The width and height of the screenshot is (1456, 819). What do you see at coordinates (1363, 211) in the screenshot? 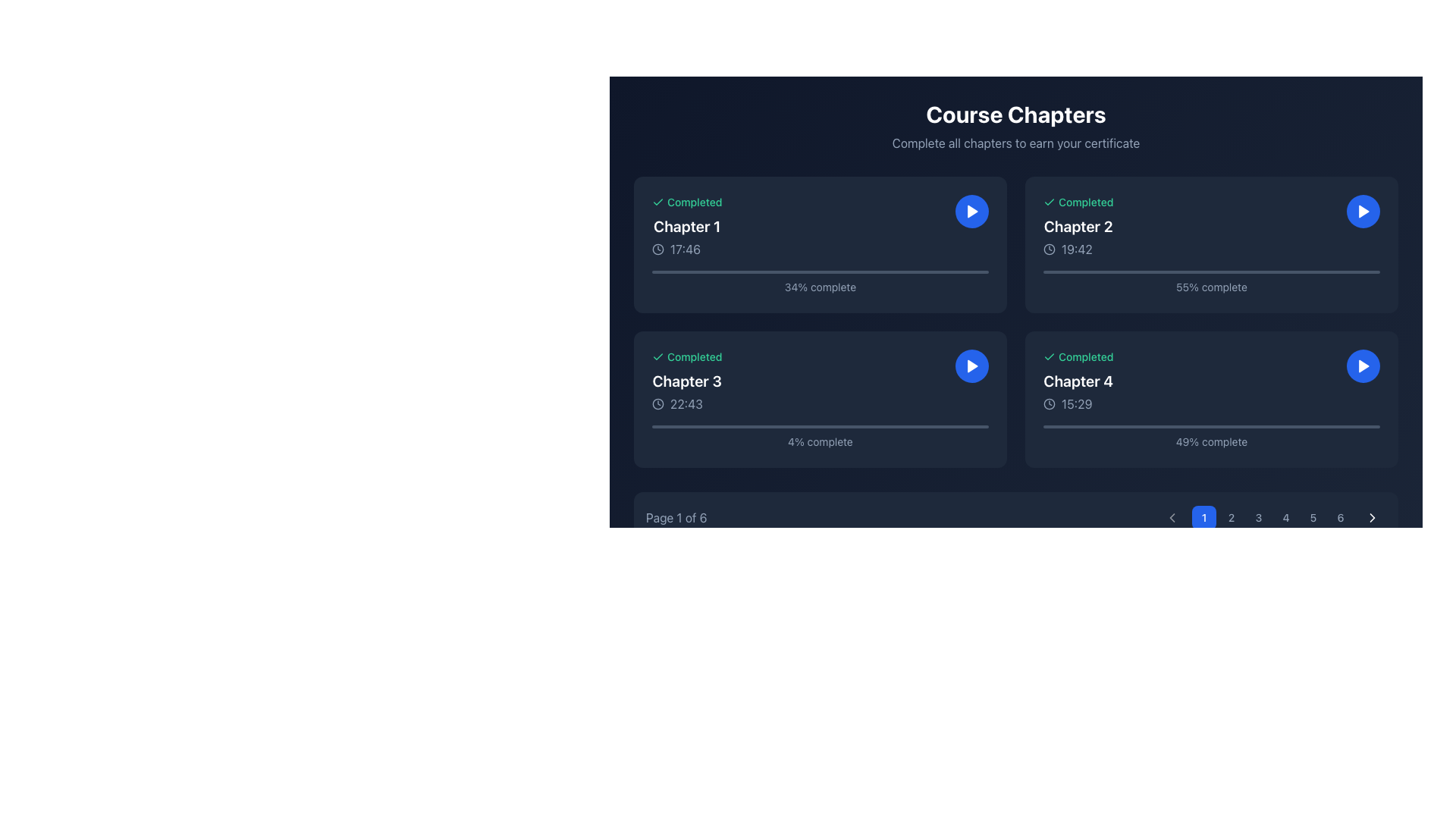
I see `the triangular play button located in the top-right corner of the second chapter card` at bounding box center [1363, 211].